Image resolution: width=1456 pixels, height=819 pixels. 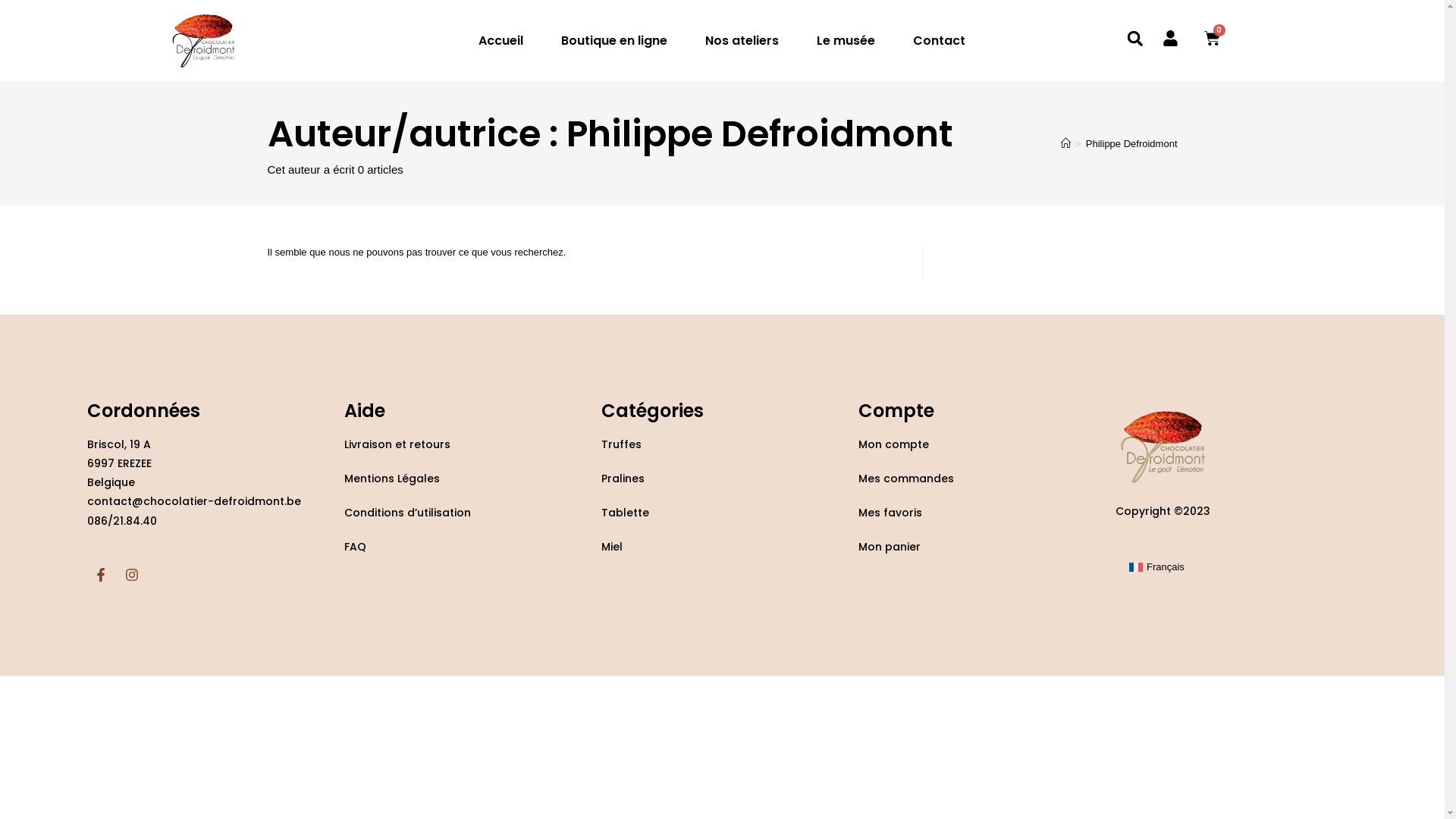 I want to click on 'Contact', so click(x=938, y=40).